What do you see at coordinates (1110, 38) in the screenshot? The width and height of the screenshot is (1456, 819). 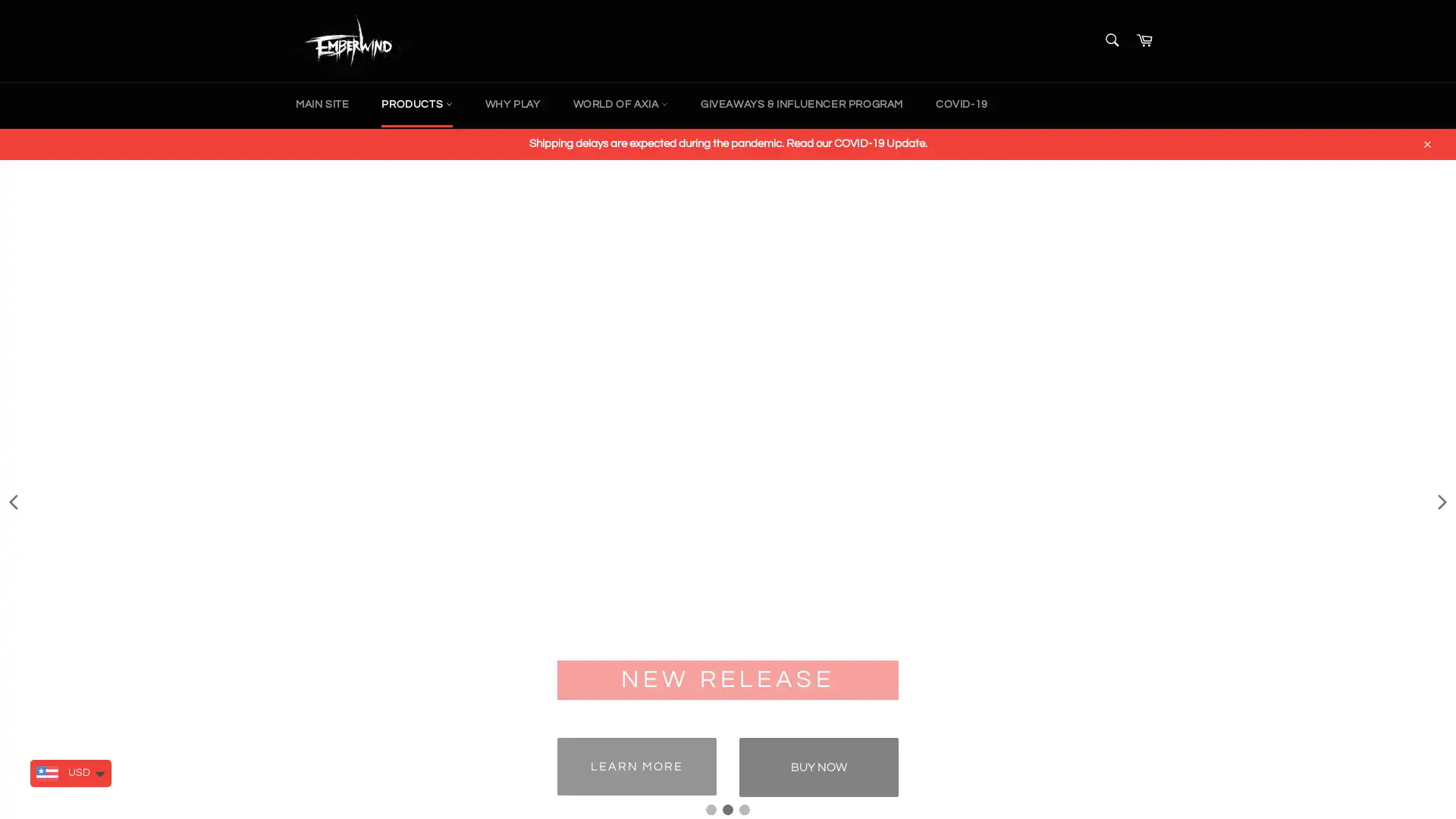 I see `Search` at bounding box center [1110, 38].